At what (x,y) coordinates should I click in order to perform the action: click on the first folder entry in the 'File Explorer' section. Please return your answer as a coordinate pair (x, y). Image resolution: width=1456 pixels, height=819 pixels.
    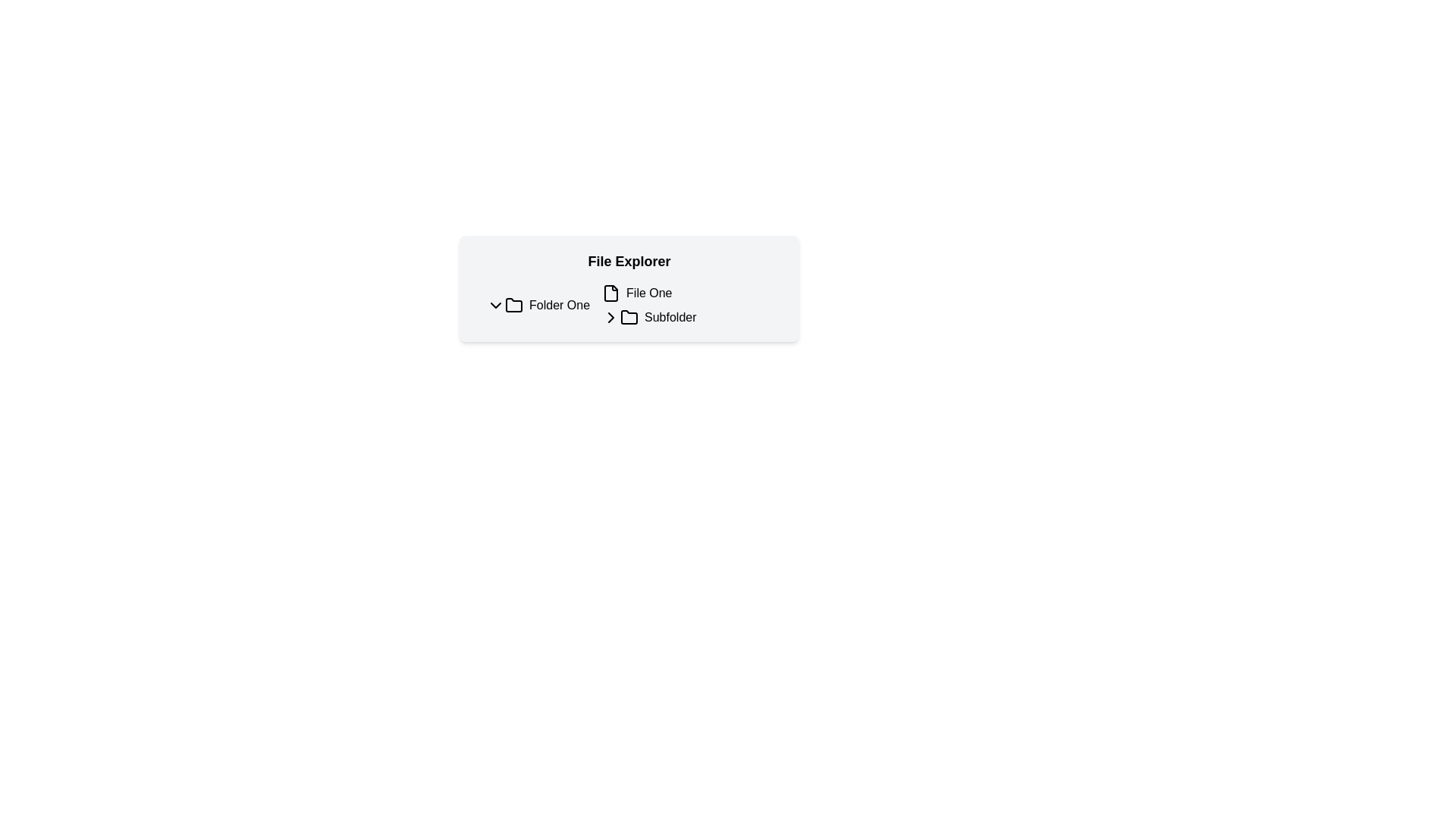
    Looking at the image, I should click on (547, 305).